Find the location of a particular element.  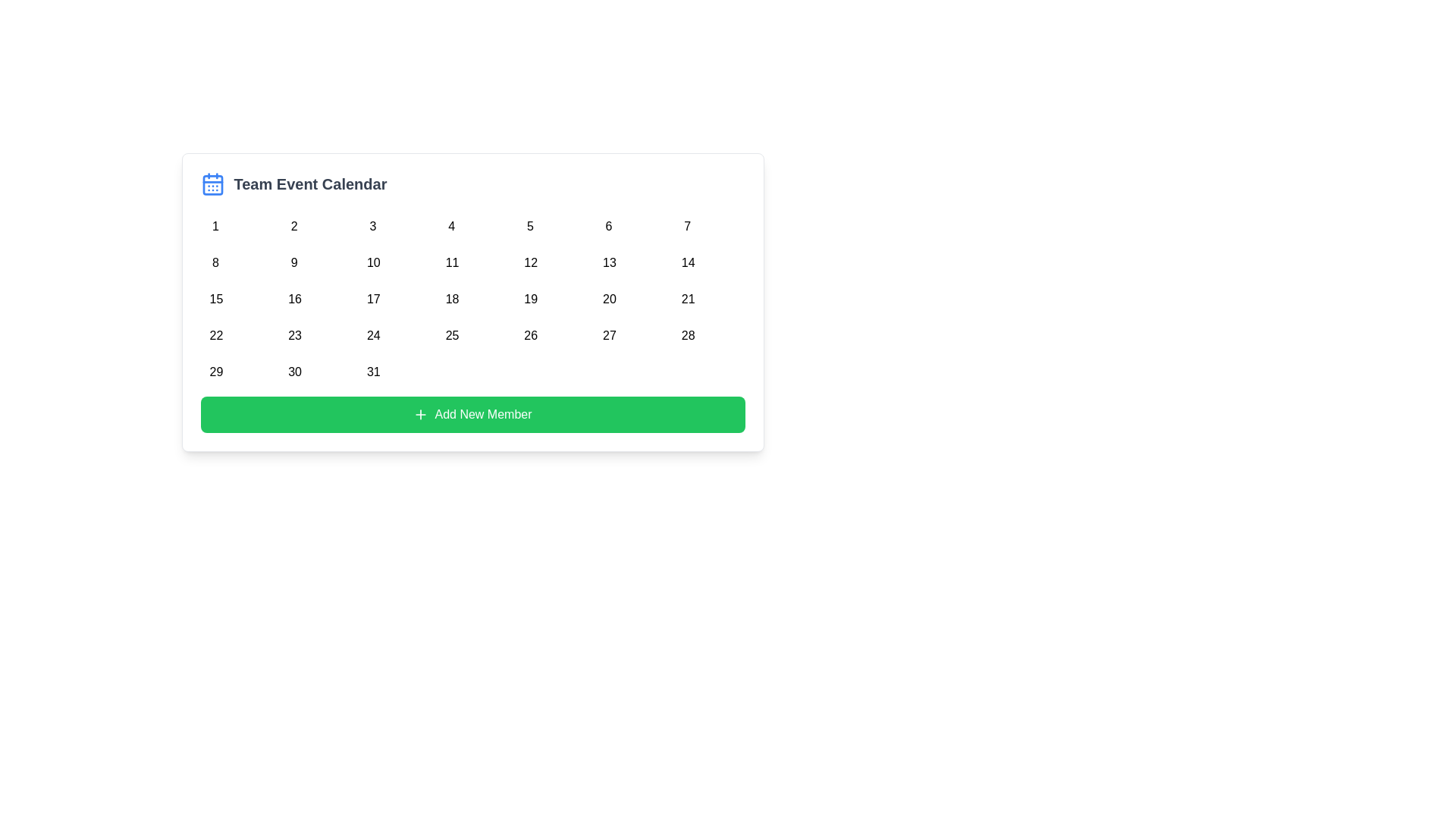

the SVG rectangle within the blue-themed calendar icon that is part of the 'Team Event Calendar' title is located at coordinates (212, 184).